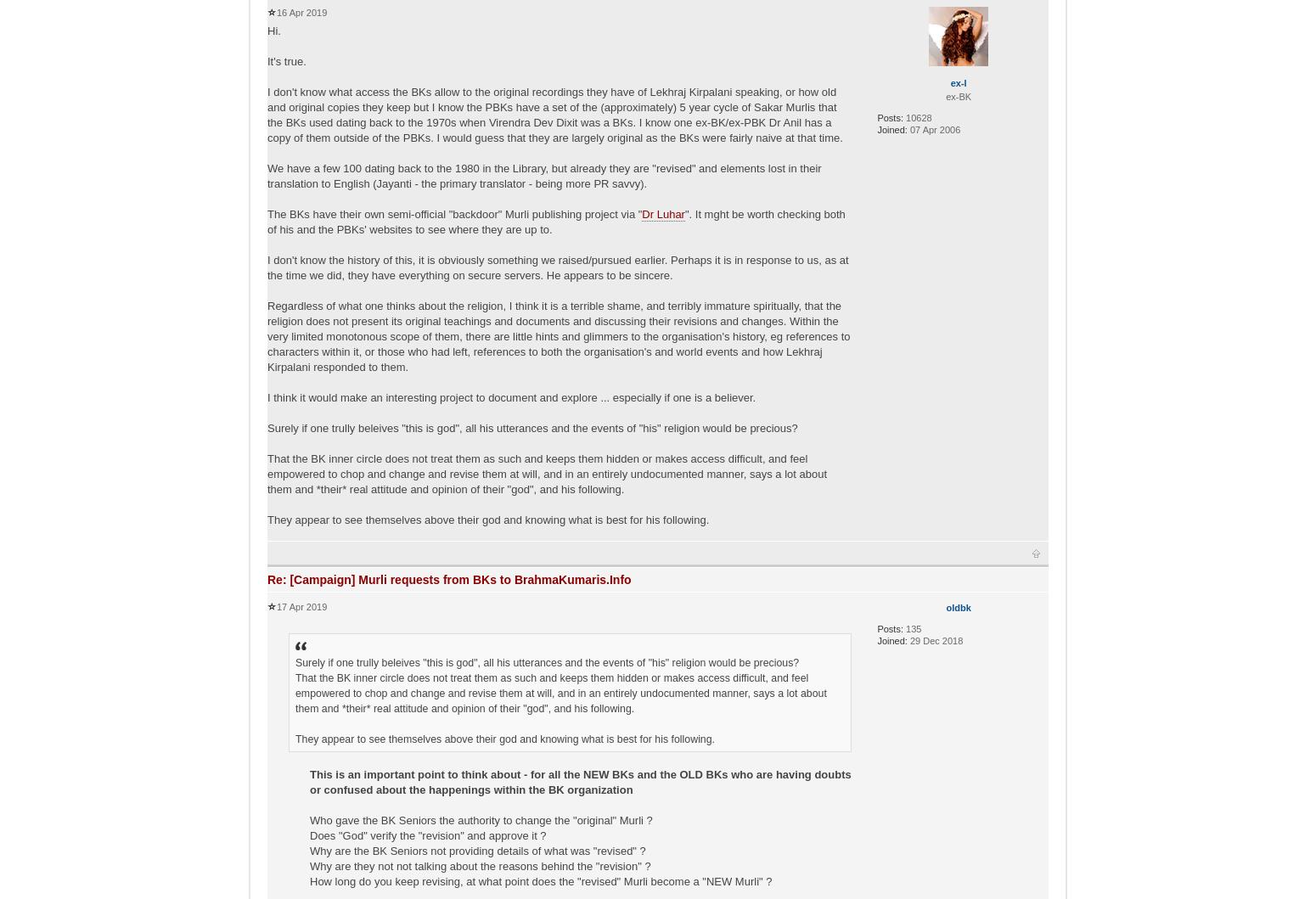 Image resolution: width=1316 pixels, height=899 pixels. What do you see at coordinates (557, 267) in the screenshot?
I see `'I don't know the history of this, it is obviously something we raised/pursued earlier. Perhaps it is in response to us, as at the time we did, they have everything on secure servers. He appears to be sincere.'` at bounding box center [557, 267].